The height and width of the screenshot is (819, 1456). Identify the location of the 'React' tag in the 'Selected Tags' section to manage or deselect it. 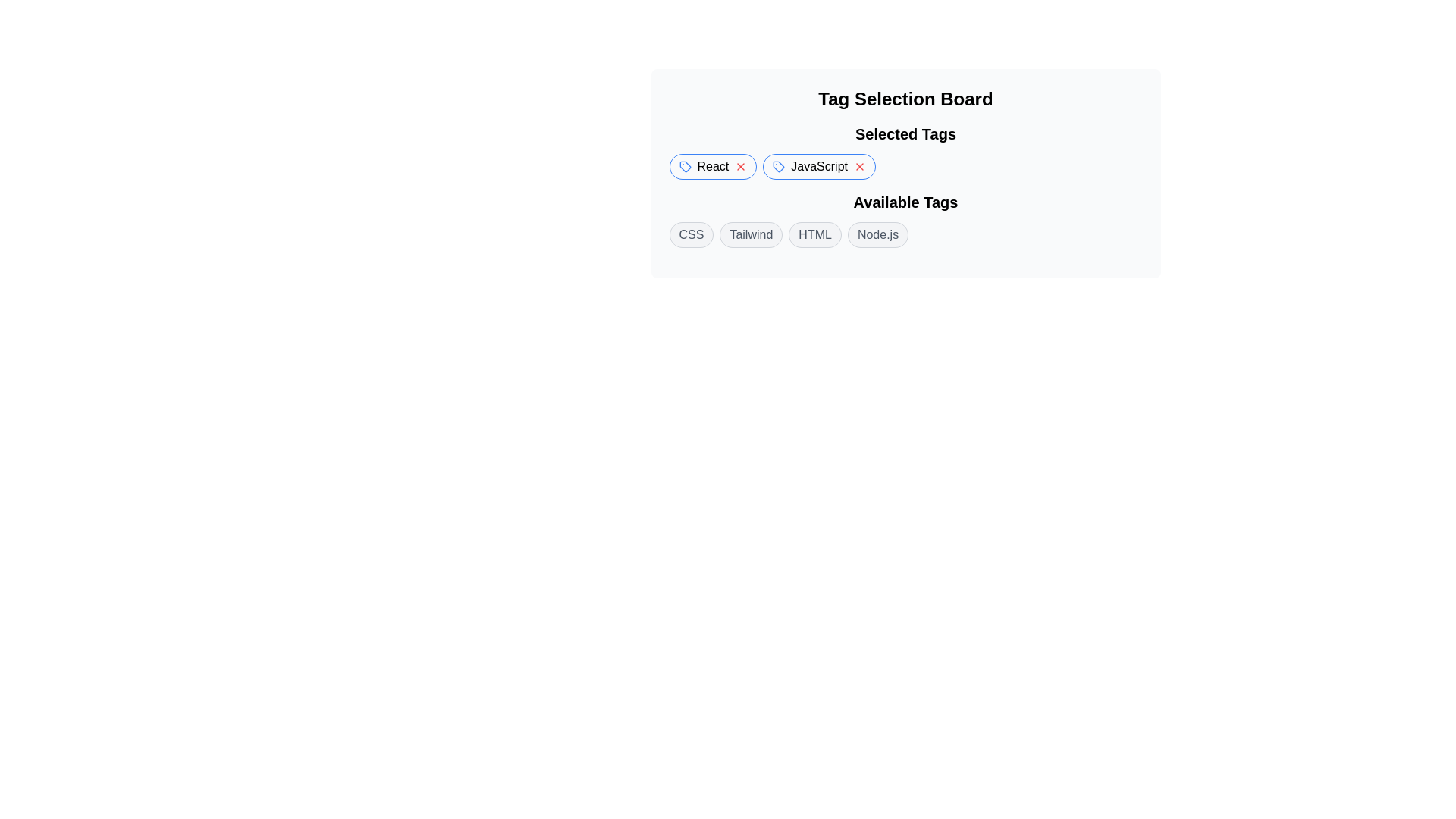
(712, 166).